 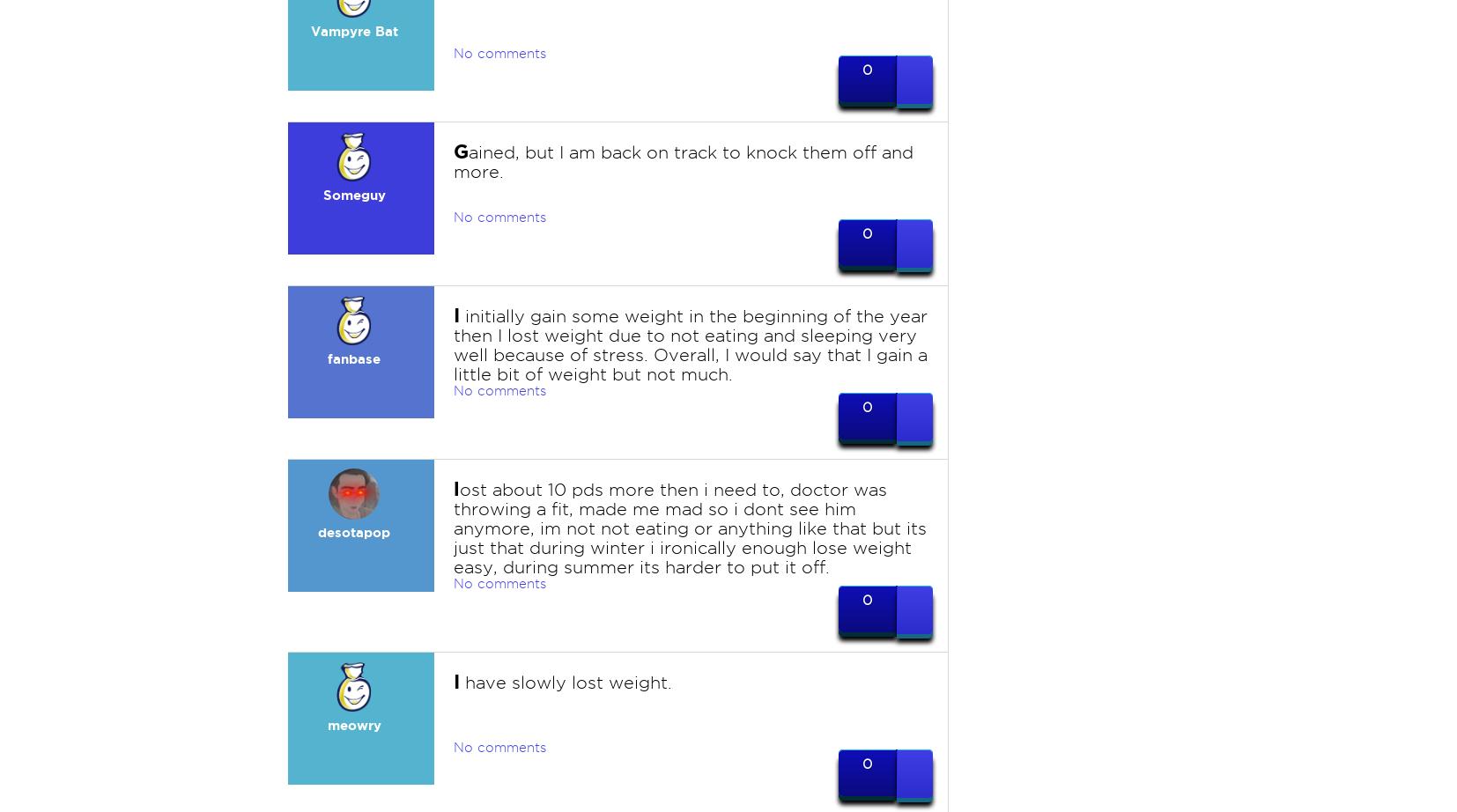 What do you see at coordinates (683, 162) in the screenshot?
I see `'ained, but I am back on track to knock them off and more.'` at bounding box center [683, 162].